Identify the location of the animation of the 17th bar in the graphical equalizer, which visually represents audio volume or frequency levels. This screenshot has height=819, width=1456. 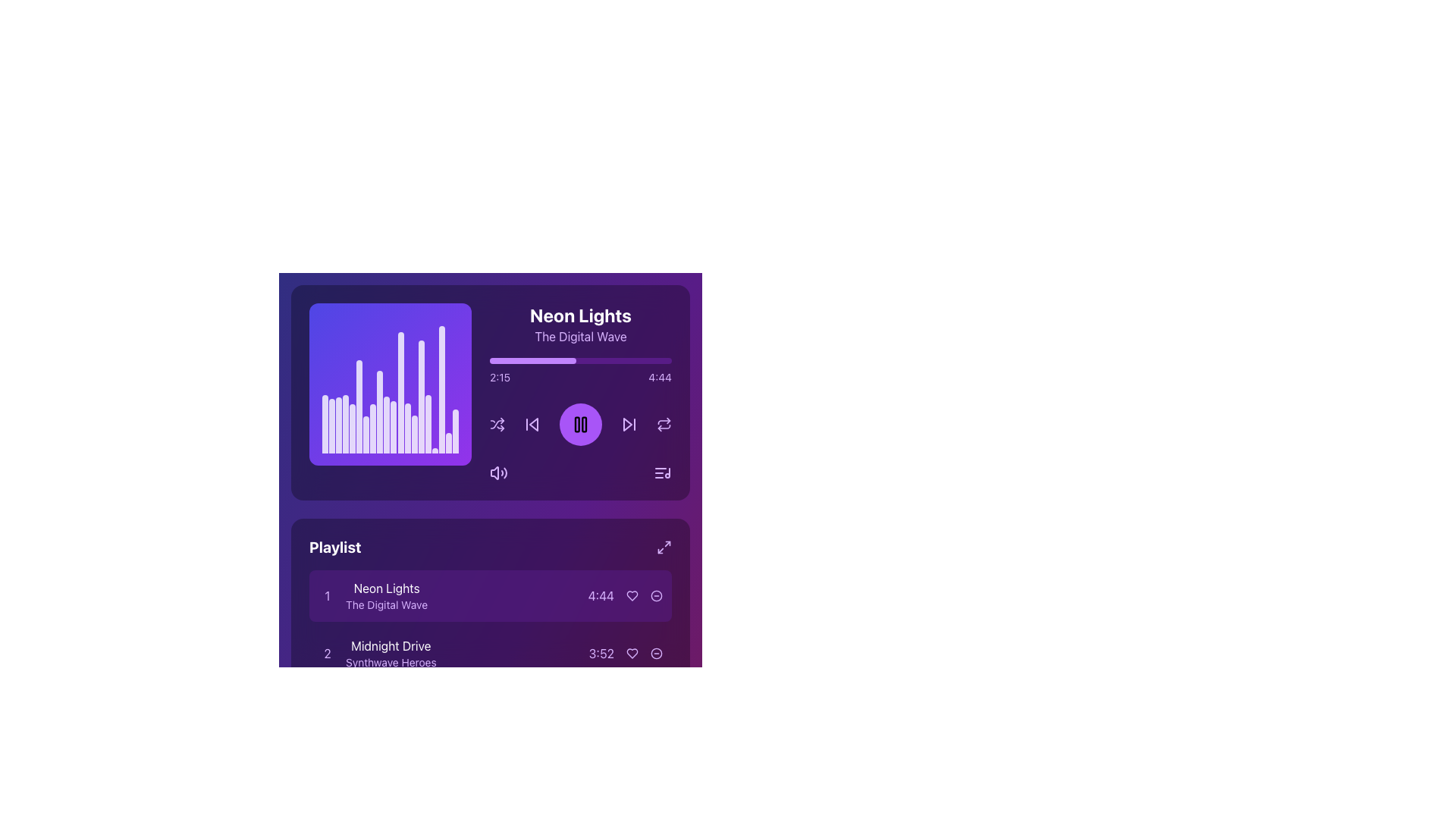
(427, 424).